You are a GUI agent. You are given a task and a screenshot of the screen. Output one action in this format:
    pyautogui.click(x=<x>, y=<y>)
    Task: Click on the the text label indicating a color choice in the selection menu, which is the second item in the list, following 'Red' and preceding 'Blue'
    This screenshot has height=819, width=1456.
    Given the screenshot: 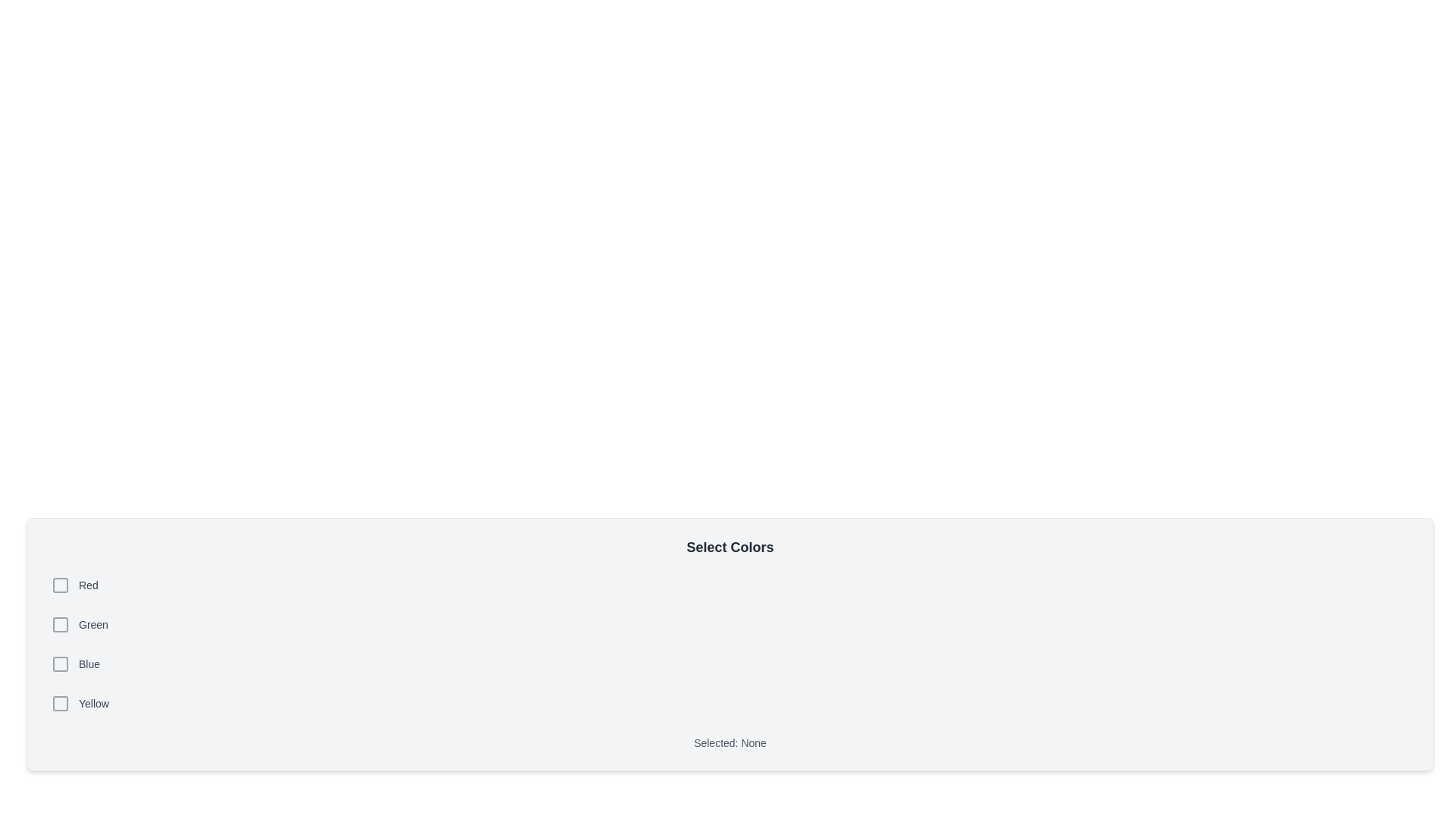 What is the action you would take?
    pyautogui.click(x=93, y=625)
    